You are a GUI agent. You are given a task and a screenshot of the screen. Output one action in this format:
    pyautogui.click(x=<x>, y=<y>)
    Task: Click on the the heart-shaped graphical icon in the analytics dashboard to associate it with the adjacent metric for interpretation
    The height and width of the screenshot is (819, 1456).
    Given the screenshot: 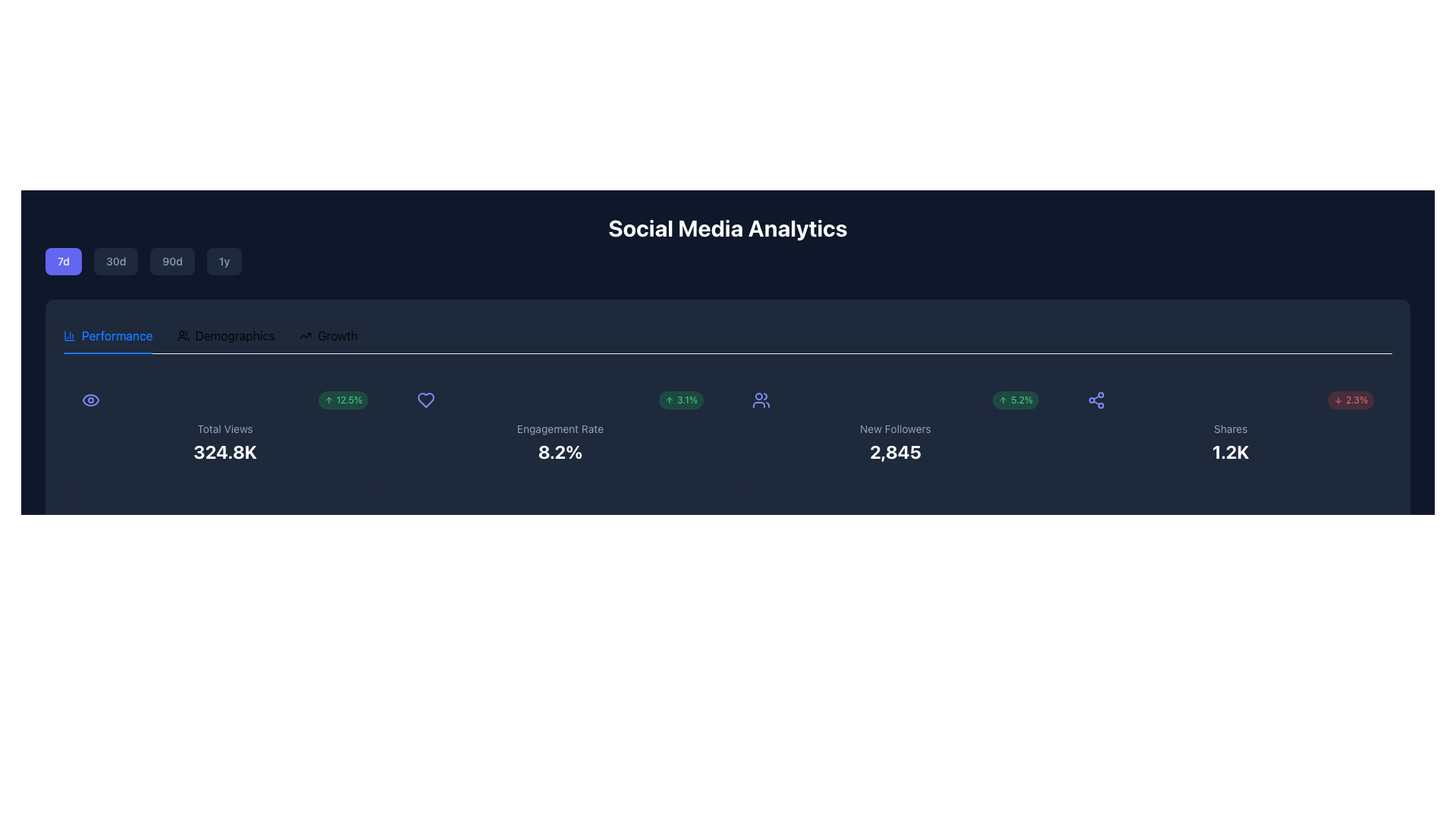 What is the action you would take?
    pyautogui.click(x=425, y=400)
    